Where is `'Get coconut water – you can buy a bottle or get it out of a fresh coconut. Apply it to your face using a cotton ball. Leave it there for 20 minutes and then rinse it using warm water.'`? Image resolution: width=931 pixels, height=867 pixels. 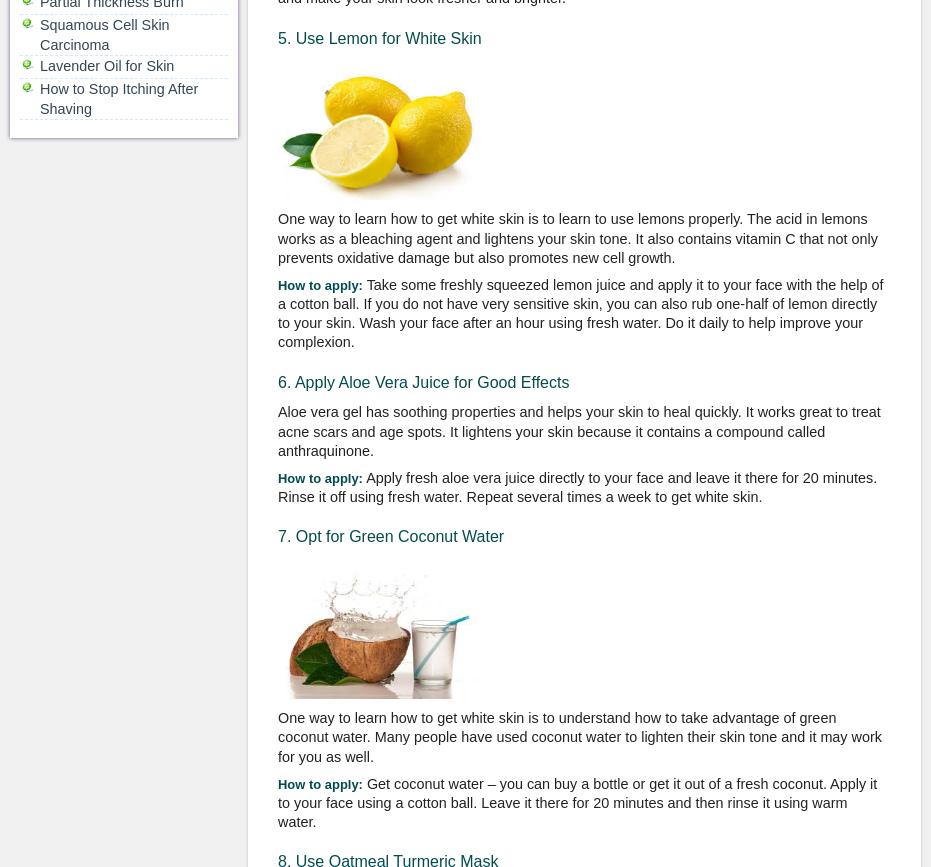
'Get coconut water – you can buy a bottle or get it out of a fresh coconut. Apply it to your face using a cotton ball. Leave it there for 20 minutes and then rinse it using warm water.' is located at coordinates (576, 801).